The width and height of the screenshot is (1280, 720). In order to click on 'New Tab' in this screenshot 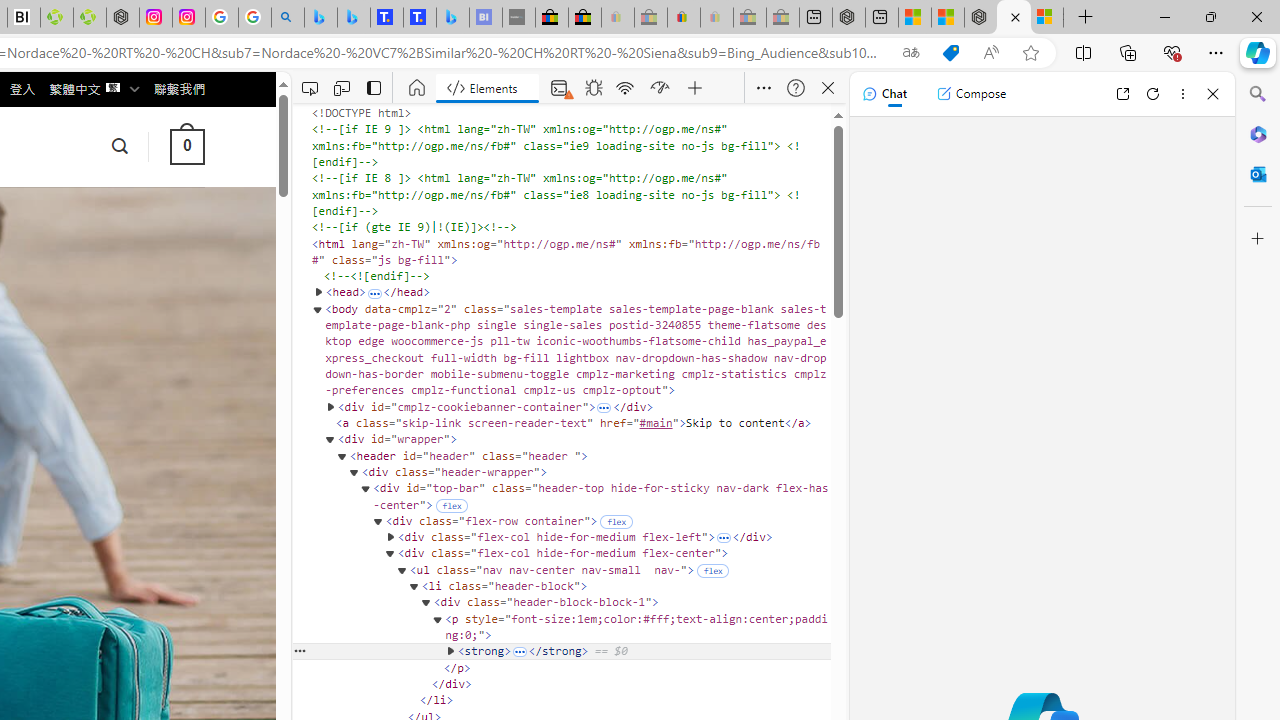, I will do `click(1085, 17)`.